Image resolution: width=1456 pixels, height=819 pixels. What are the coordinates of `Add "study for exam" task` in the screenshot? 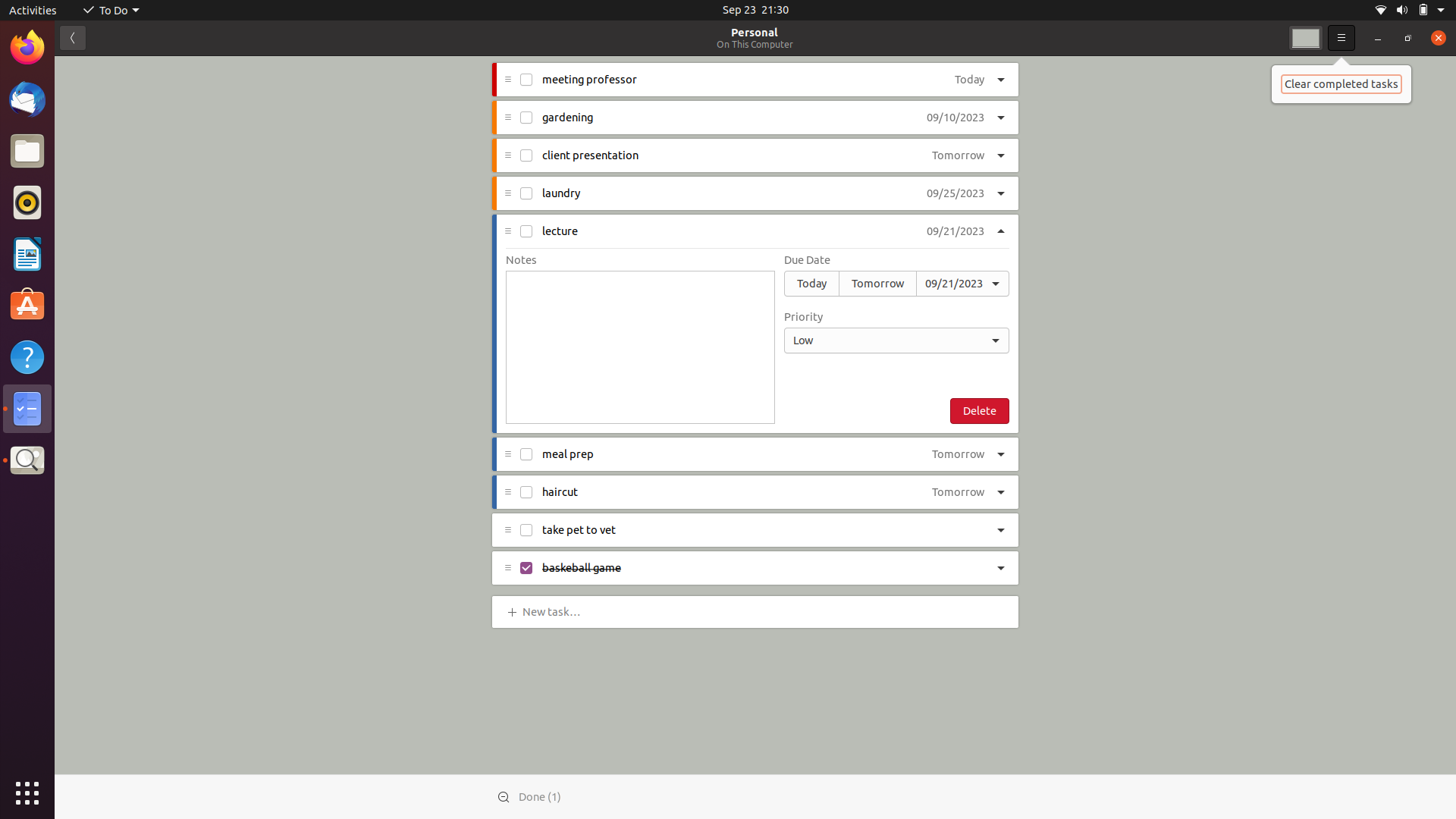 It's located at (554, 610).